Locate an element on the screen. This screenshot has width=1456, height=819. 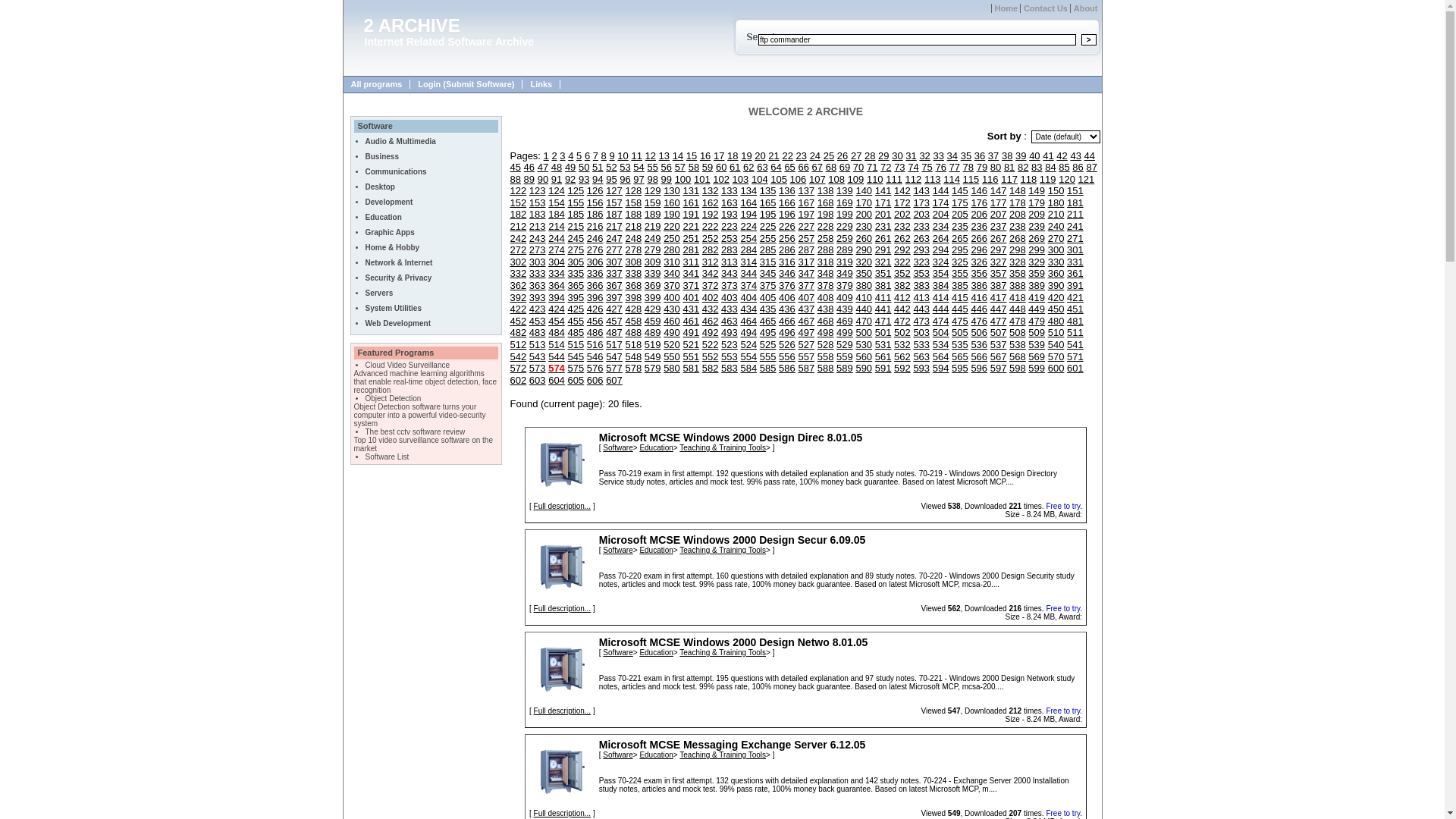
'26' is located at coordinates (836, 155).